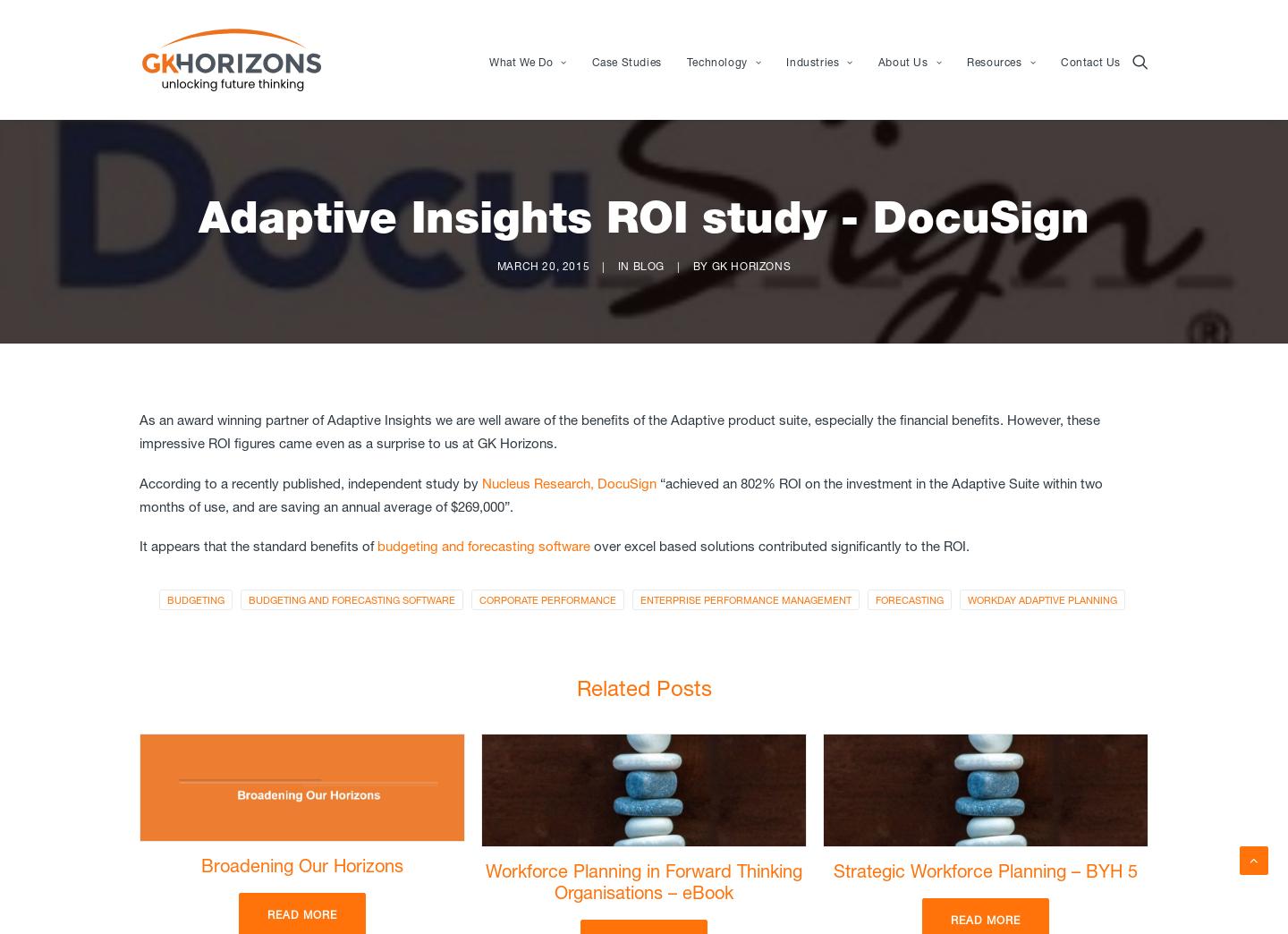  What do you see at coordinates (621, 492) in the screenshot?
I see `'“achieved an 802% ROI on the investment in the Adaptive Suite within two months of use, and are saving an annual average of $269,000”.'` at bounding box center [621, 492].